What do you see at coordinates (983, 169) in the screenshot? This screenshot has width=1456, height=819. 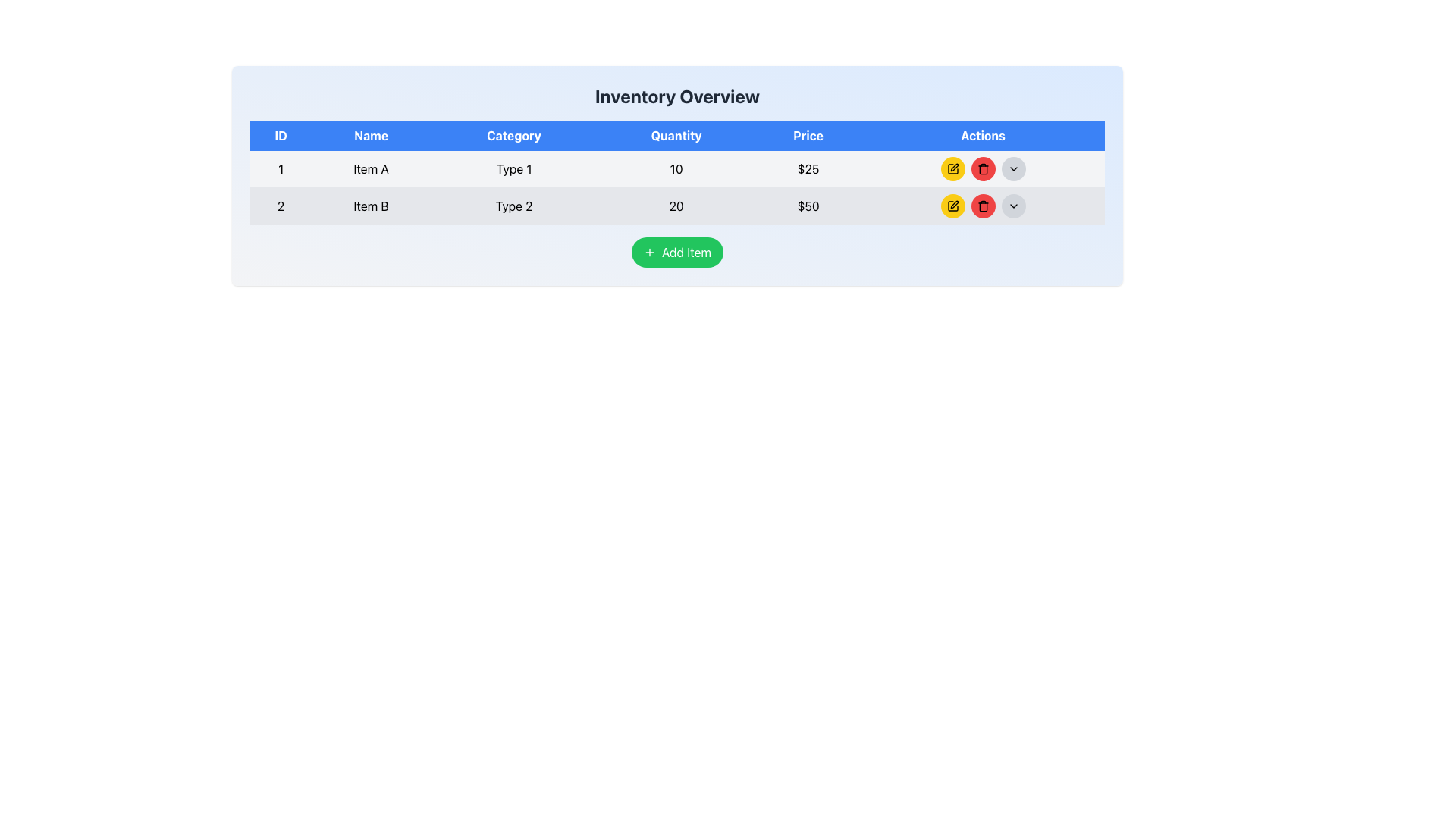 I see `the circular red button with a black trash icon located in the Actions column of the second row of the table` at bounding box center [983, 169].